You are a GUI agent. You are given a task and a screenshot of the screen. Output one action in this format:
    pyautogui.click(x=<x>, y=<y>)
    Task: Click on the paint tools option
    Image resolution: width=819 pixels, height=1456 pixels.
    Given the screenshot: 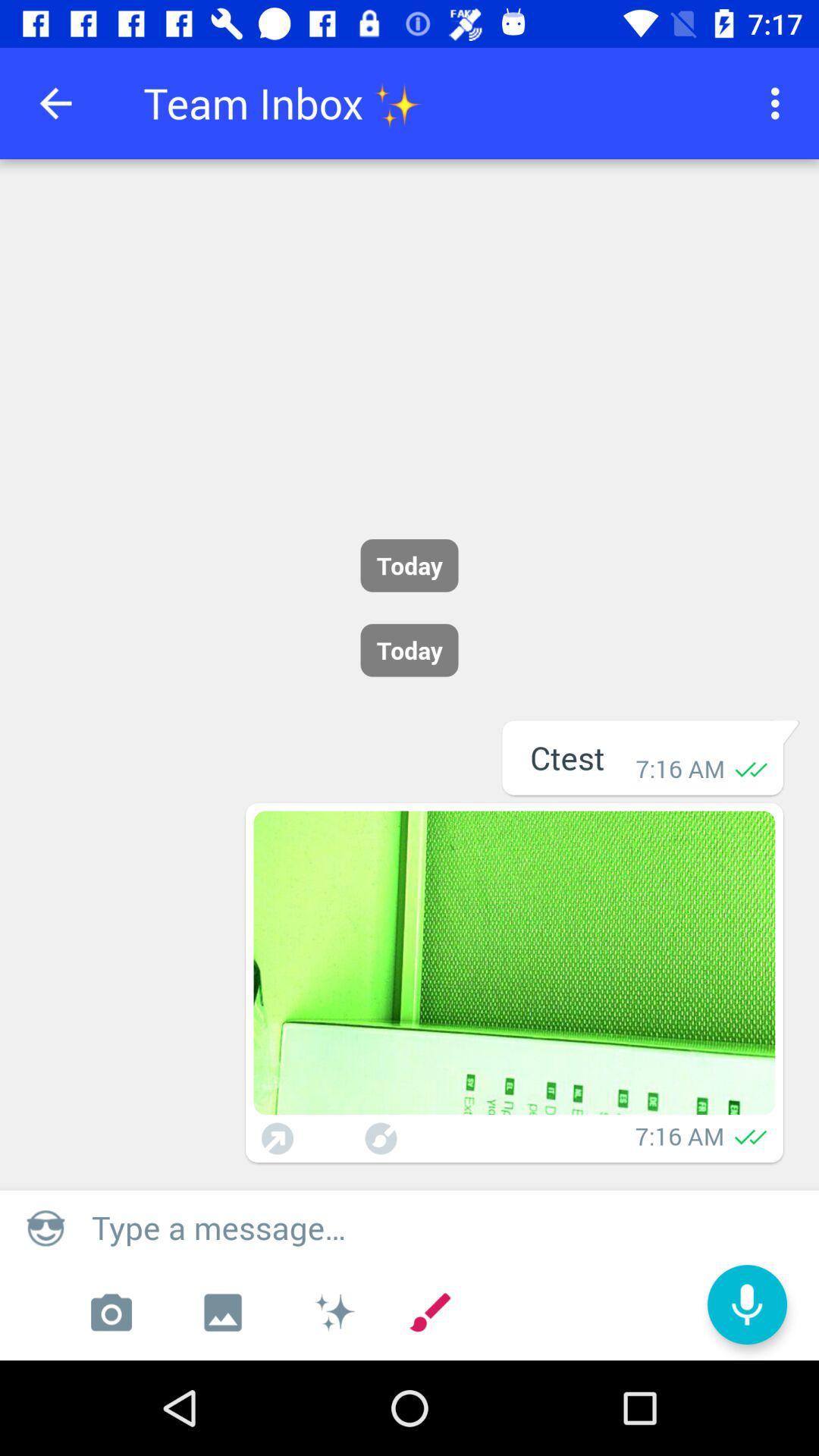 What is the action you would take?
    pyautogui.click(x=333, y=1312)
    